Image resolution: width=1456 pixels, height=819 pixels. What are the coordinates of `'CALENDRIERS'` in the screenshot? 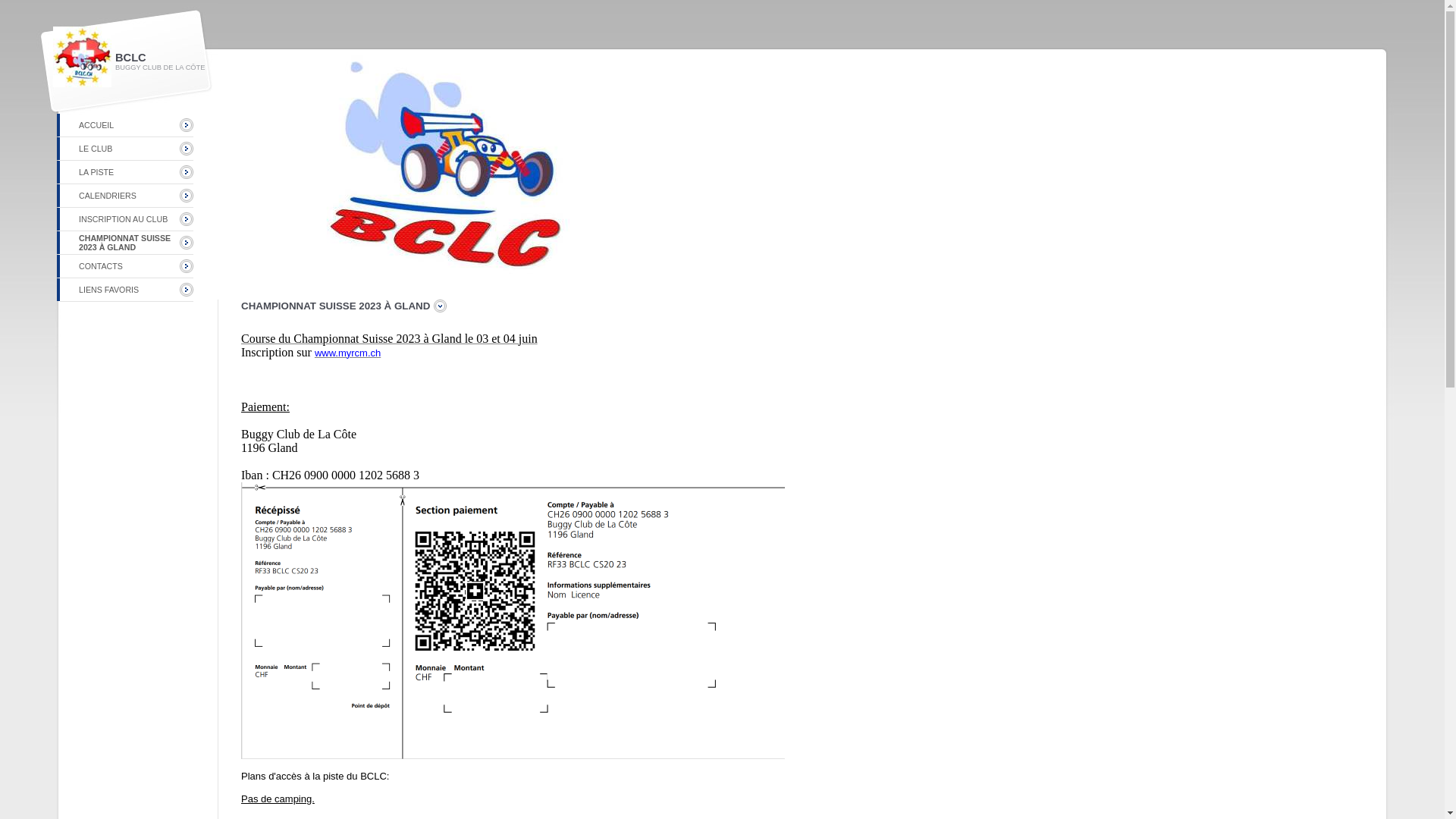 It's located at (78, 195).